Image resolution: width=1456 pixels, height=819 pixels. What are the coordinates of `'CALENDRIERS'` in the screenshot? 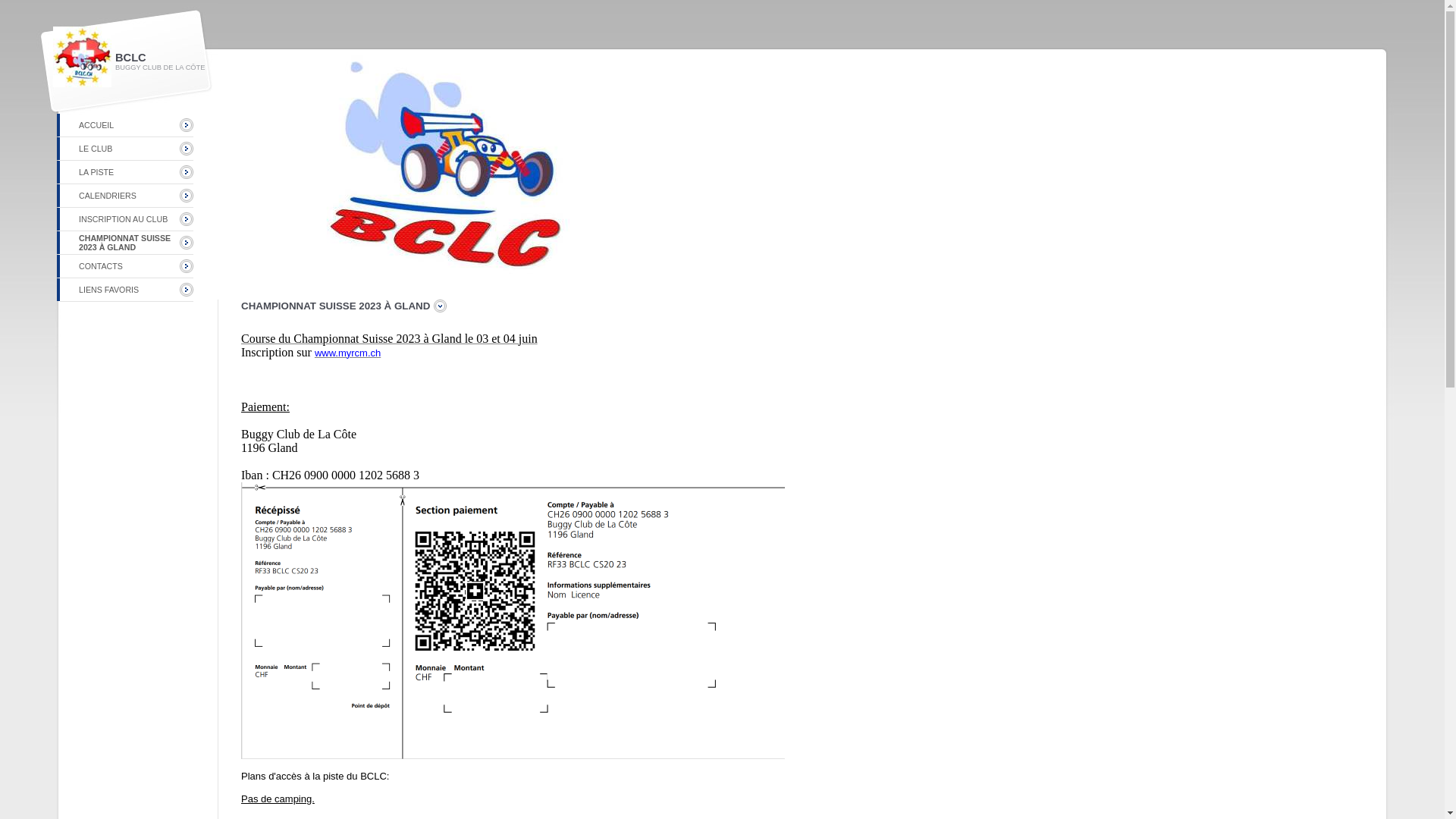 It's located at (78, 195).